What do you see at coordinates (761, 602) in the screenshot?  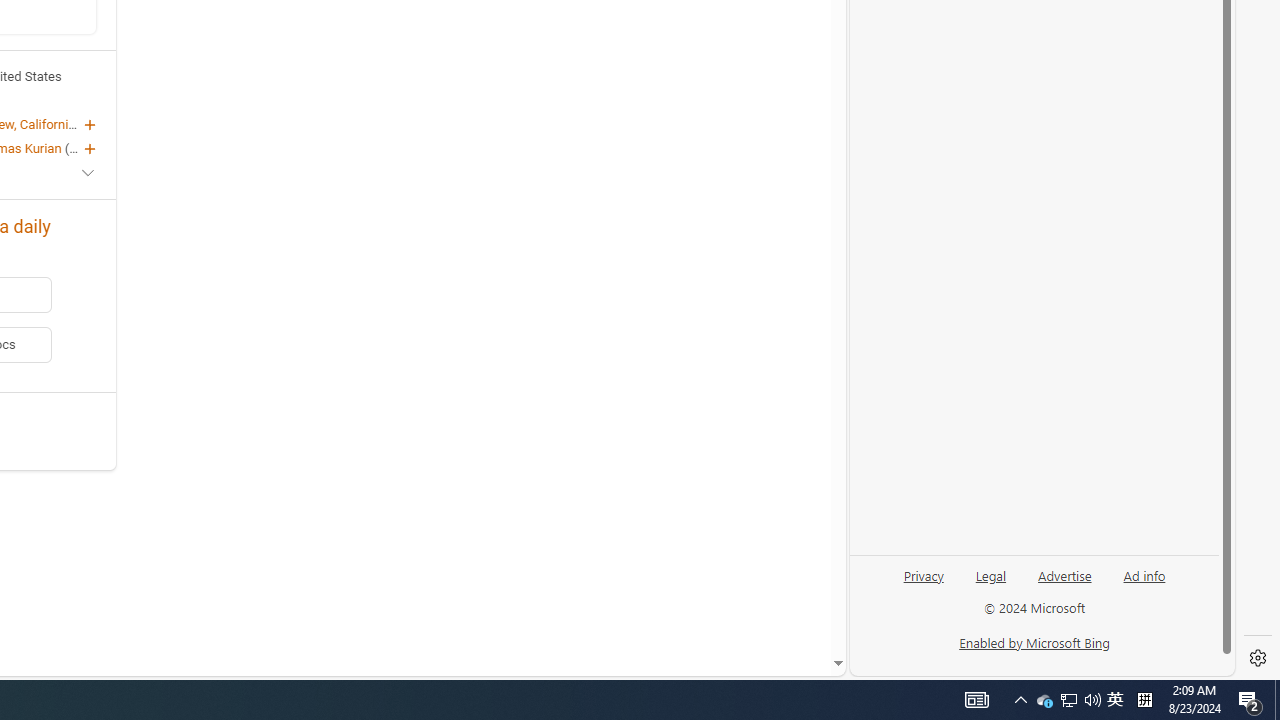 I see `'AutomationID: mfa_root'` at bounding box center [761, 602].